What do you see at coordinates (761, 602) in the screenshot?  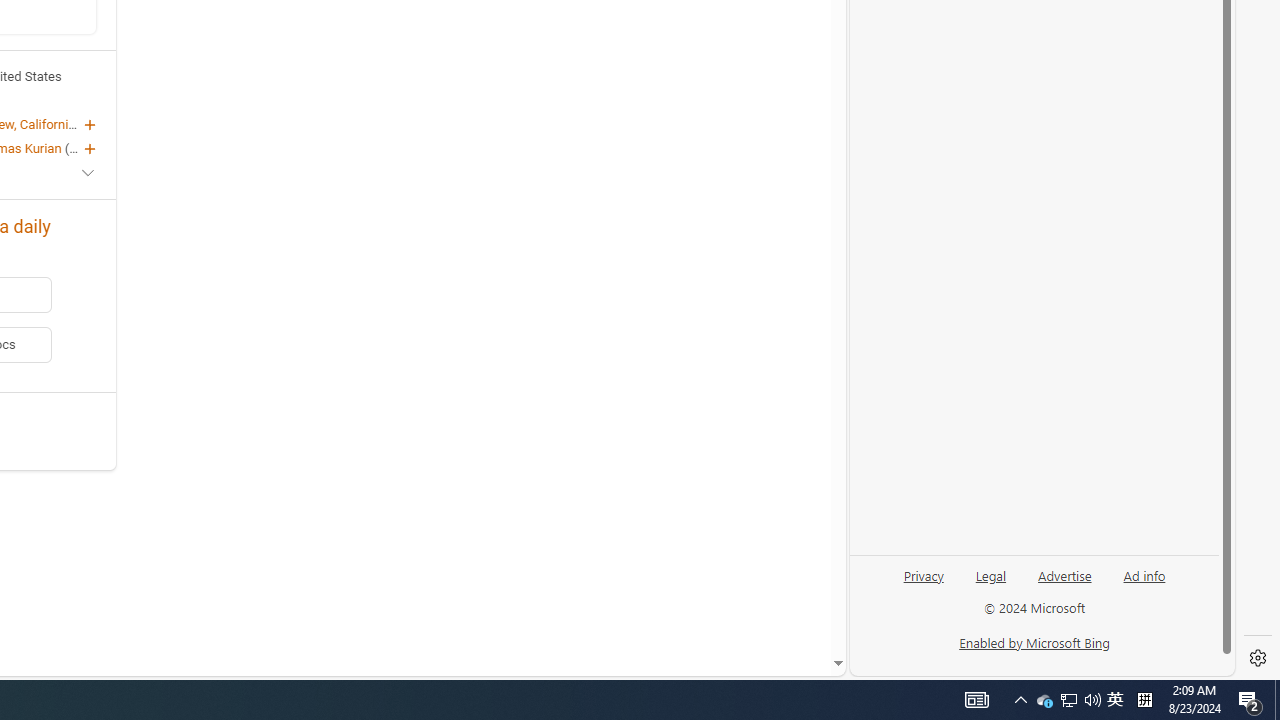 I see `'AutomationID: mfa_root'` at bounding box center [761, 602].